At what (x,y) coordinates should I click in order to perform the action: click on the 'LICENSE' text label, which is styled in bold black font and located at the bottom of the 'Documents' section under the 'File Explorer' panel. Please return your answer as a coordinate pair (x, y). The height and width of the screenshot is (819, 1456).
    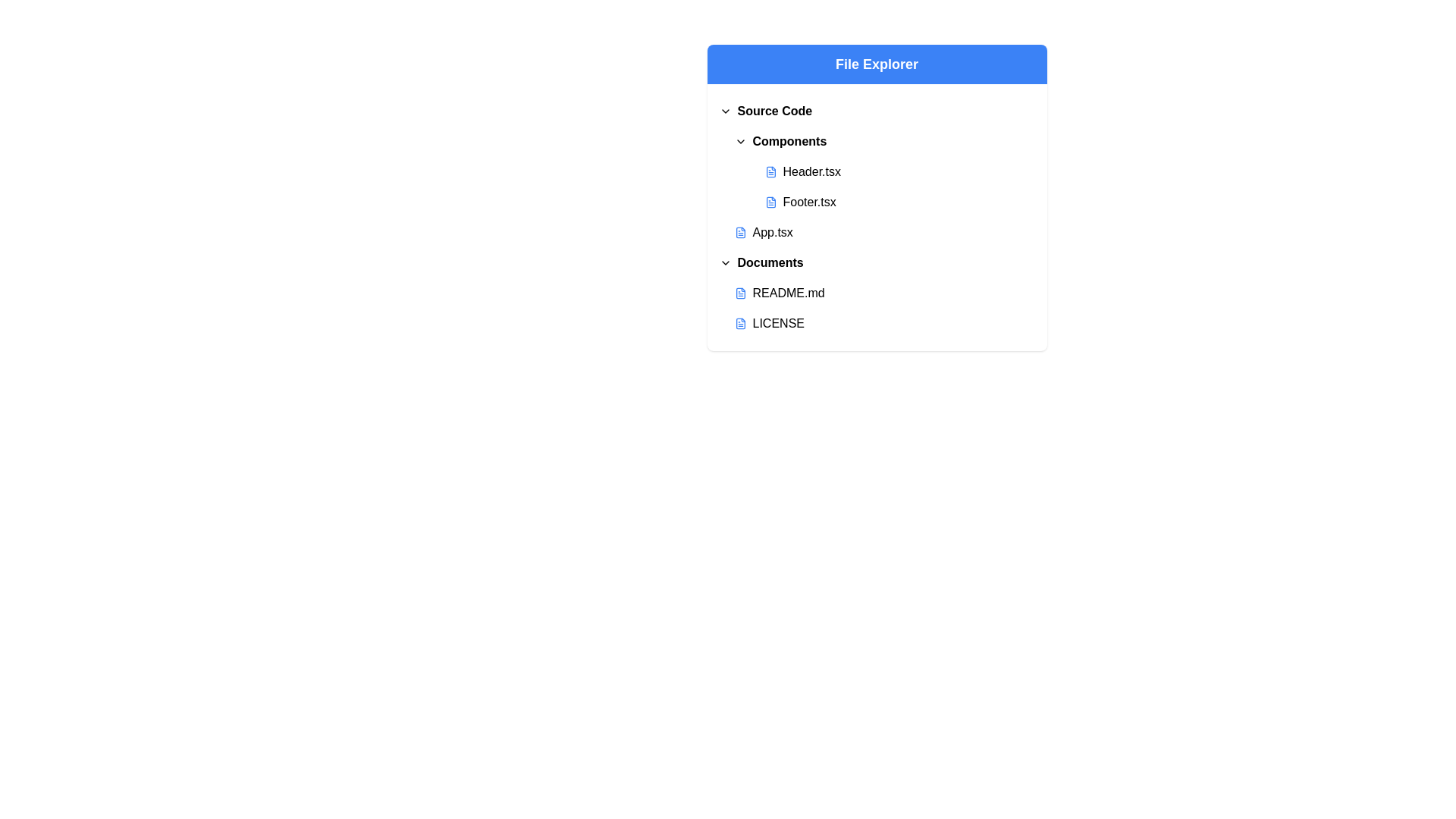
    Looking at the image, I should click on (778, 323).